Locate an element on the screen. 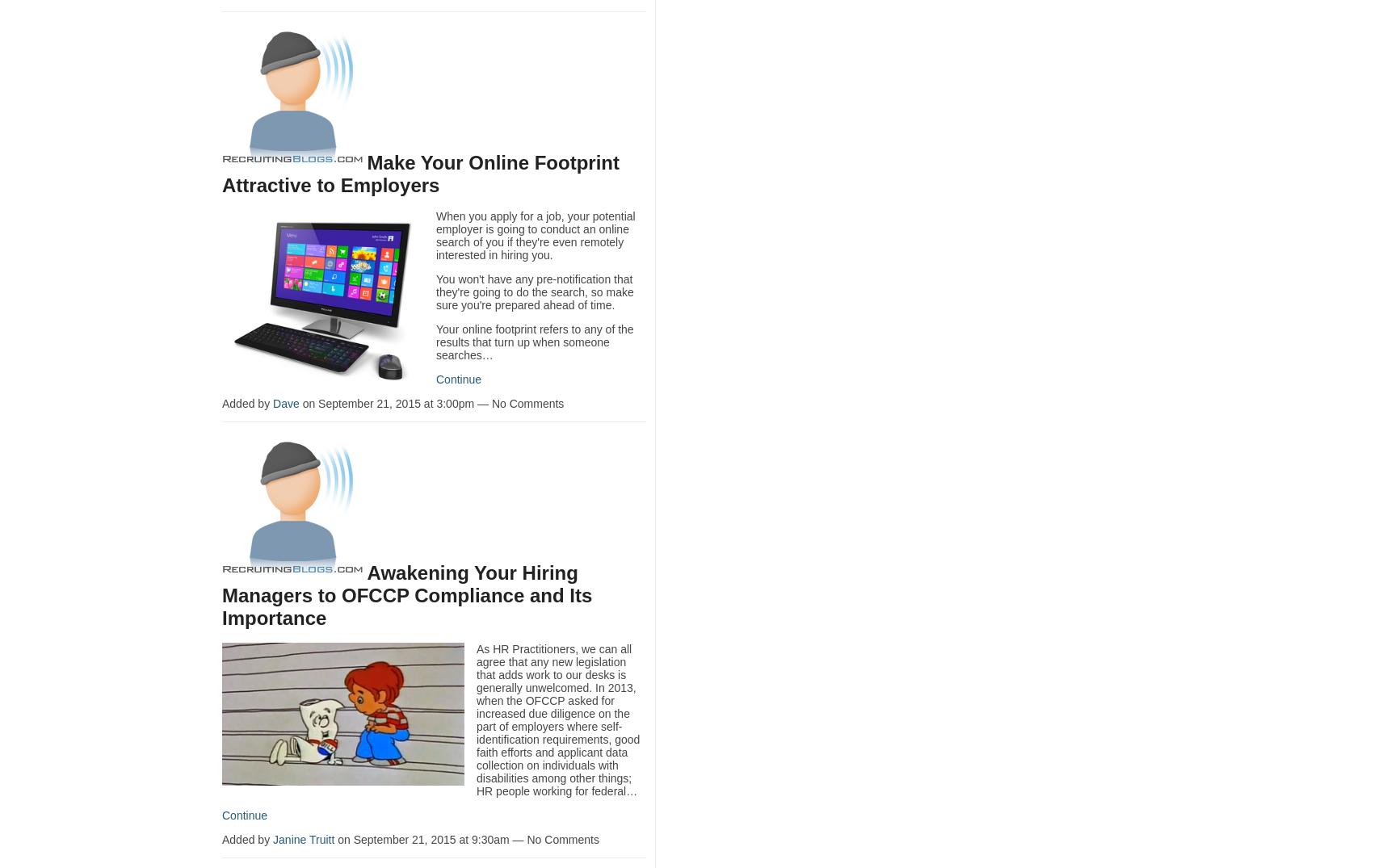 This screenshot has height=868, width=1399. 'Janine Truitt' is located at coordinates (303, 839).